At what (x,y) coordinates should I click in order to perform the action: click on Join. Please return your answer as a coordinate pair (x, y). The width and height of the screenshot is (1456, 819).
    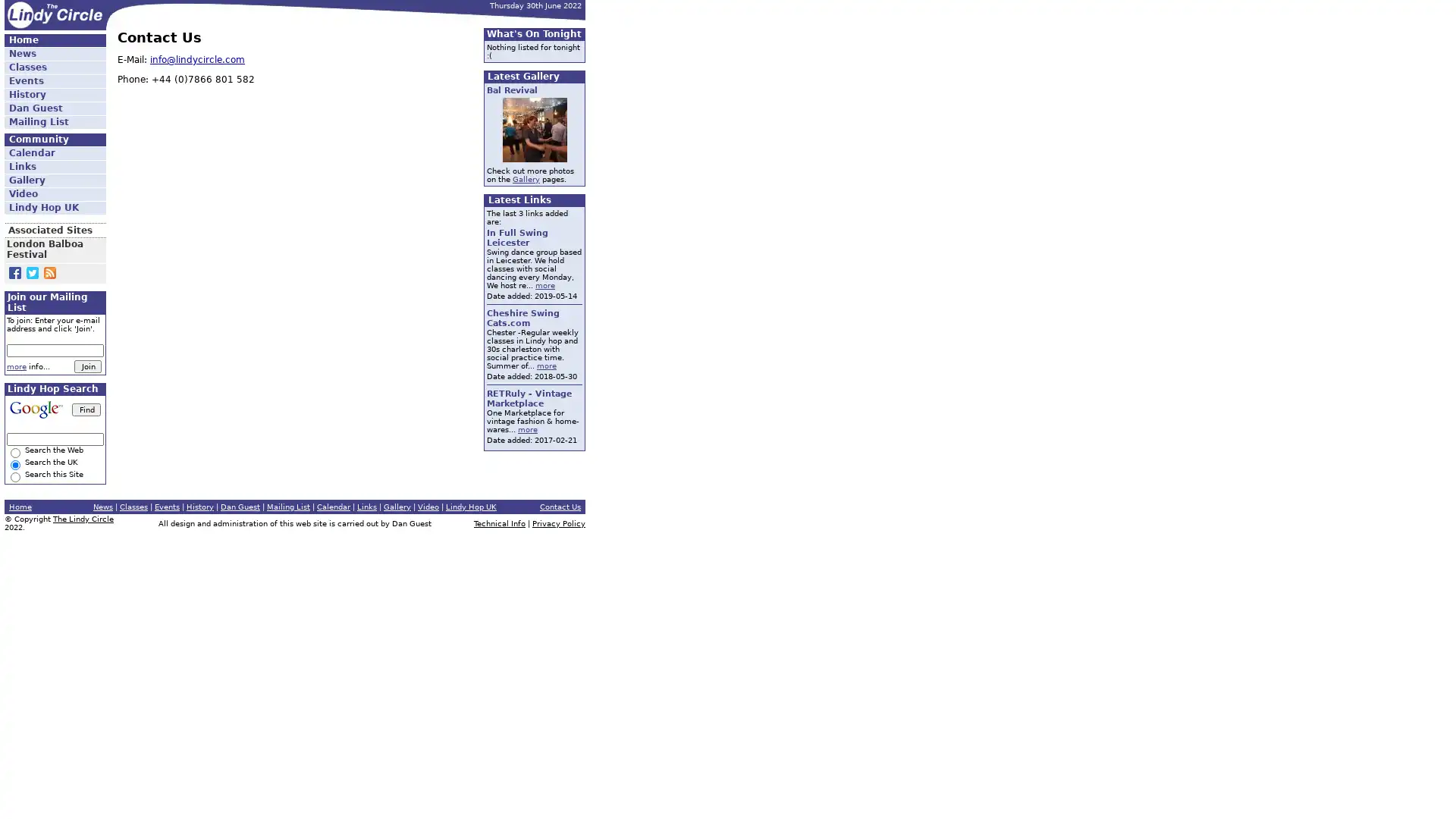
    Looking at the image, I should click on (86, 366).